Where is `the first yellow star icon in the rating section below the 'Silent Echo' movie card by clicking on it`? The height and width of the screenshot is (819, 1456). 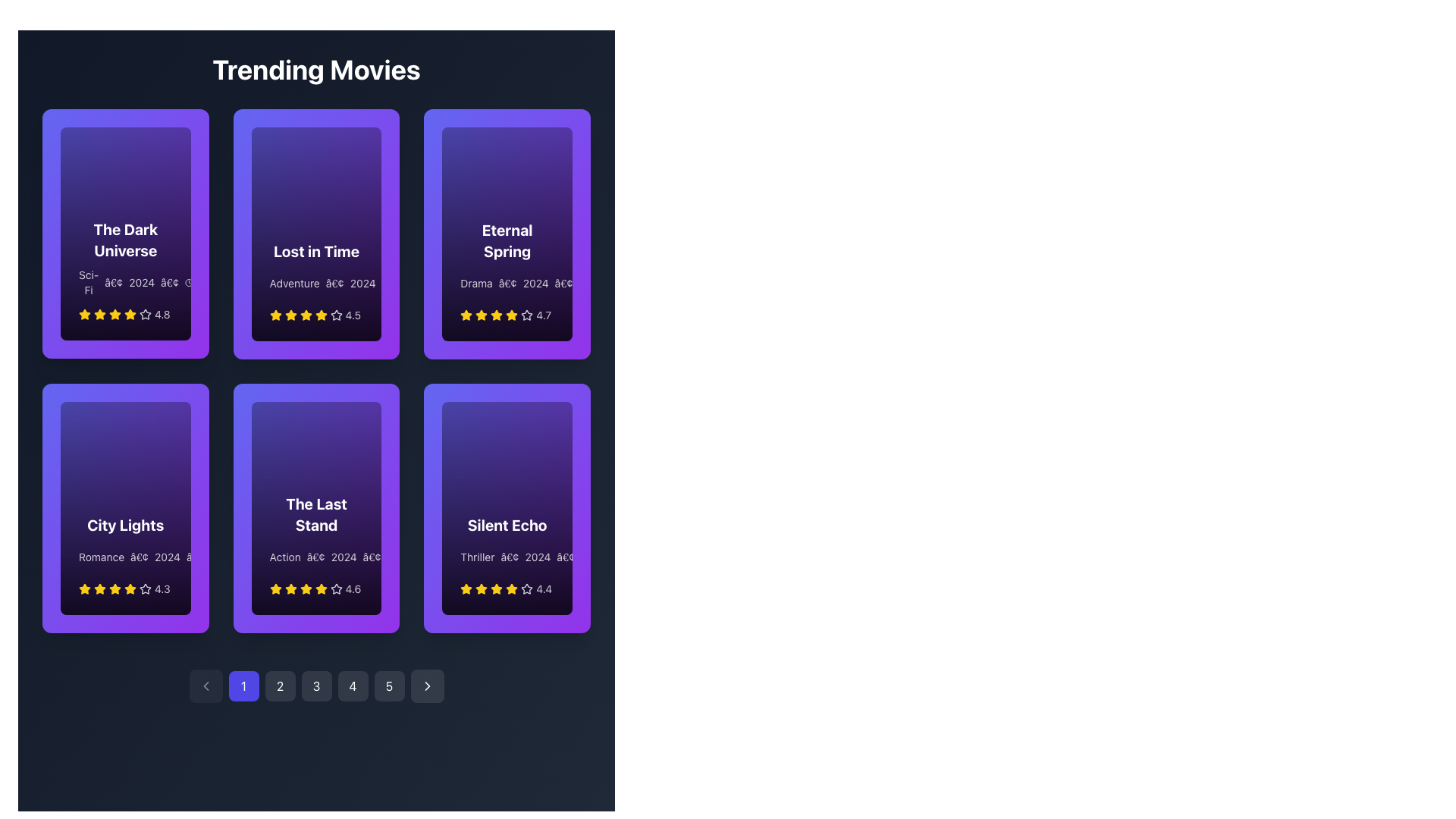
the first yellow star icon in the rating section below the 'Silent Echo' movie card by clicking on it is located at coordinates (481, 588).